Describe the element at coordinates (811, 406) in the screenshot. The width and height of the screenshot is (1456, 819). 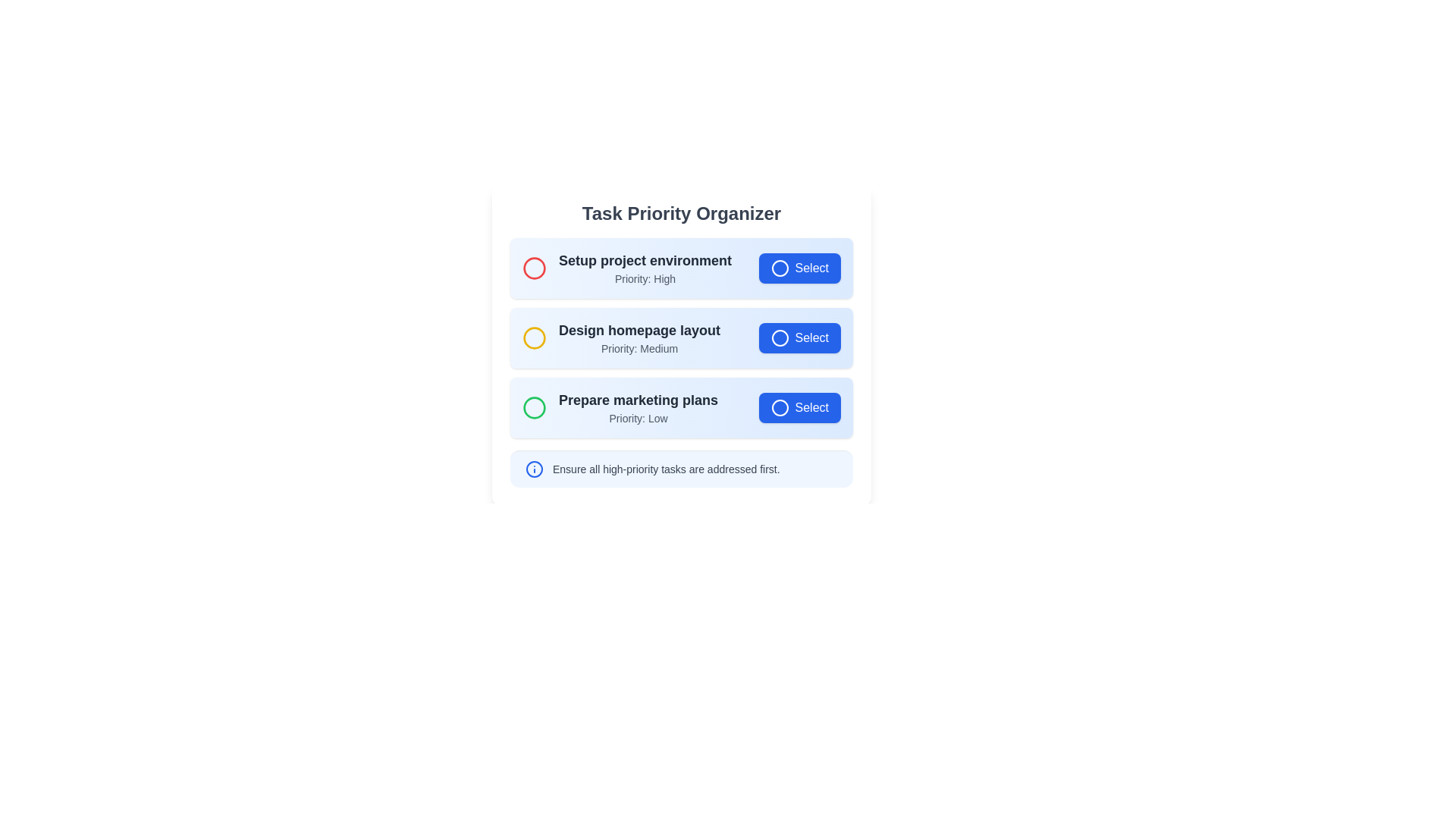
I see `the text label within the button that indicates the action for 'Prepare marketing plans: Priority: Low', positioned to the right of a circular icon` at that location.